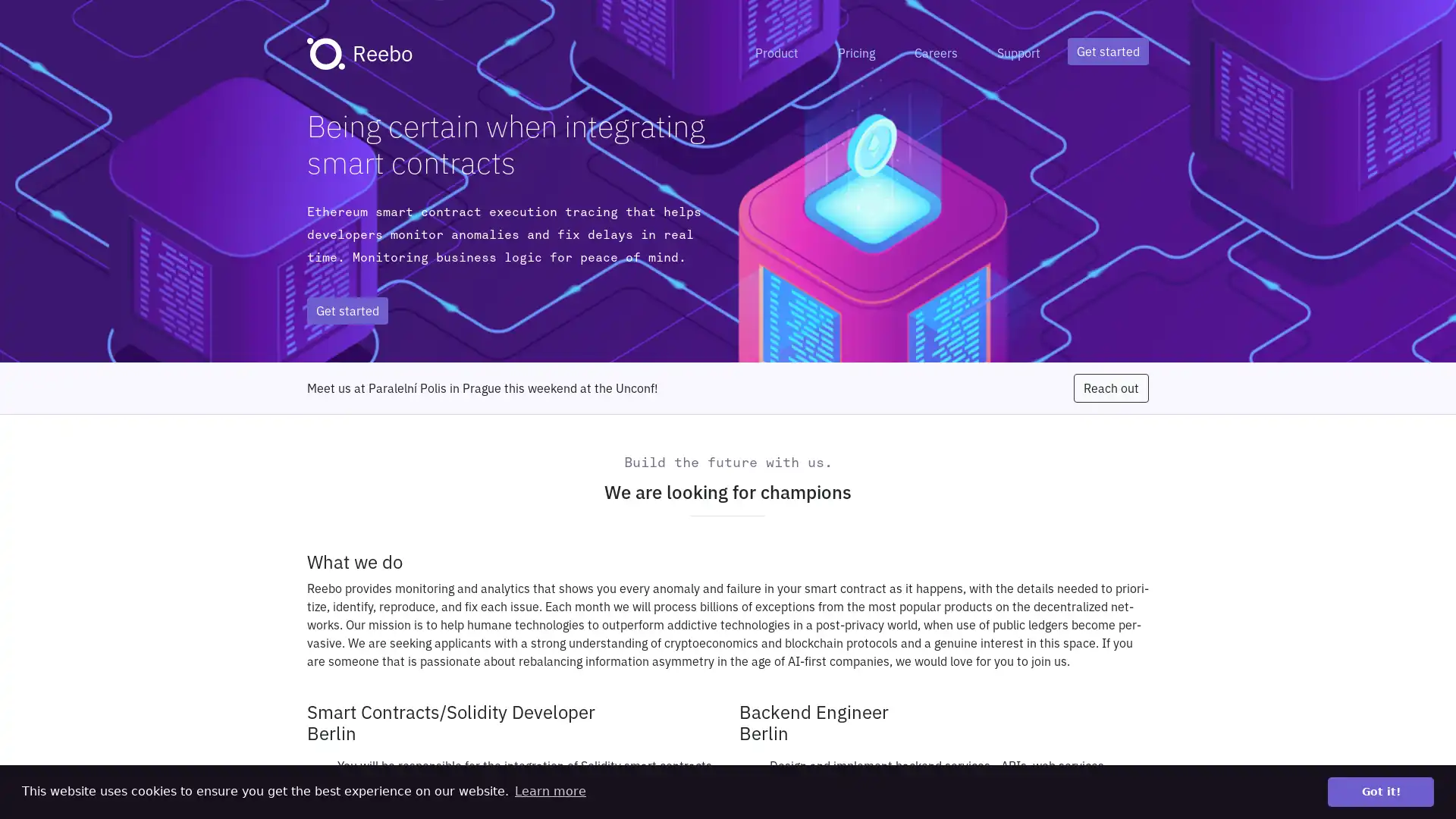 Image resolution: width=1456 pixels, height=819 pixels. I want to click on Get started, so click(1108, 51).